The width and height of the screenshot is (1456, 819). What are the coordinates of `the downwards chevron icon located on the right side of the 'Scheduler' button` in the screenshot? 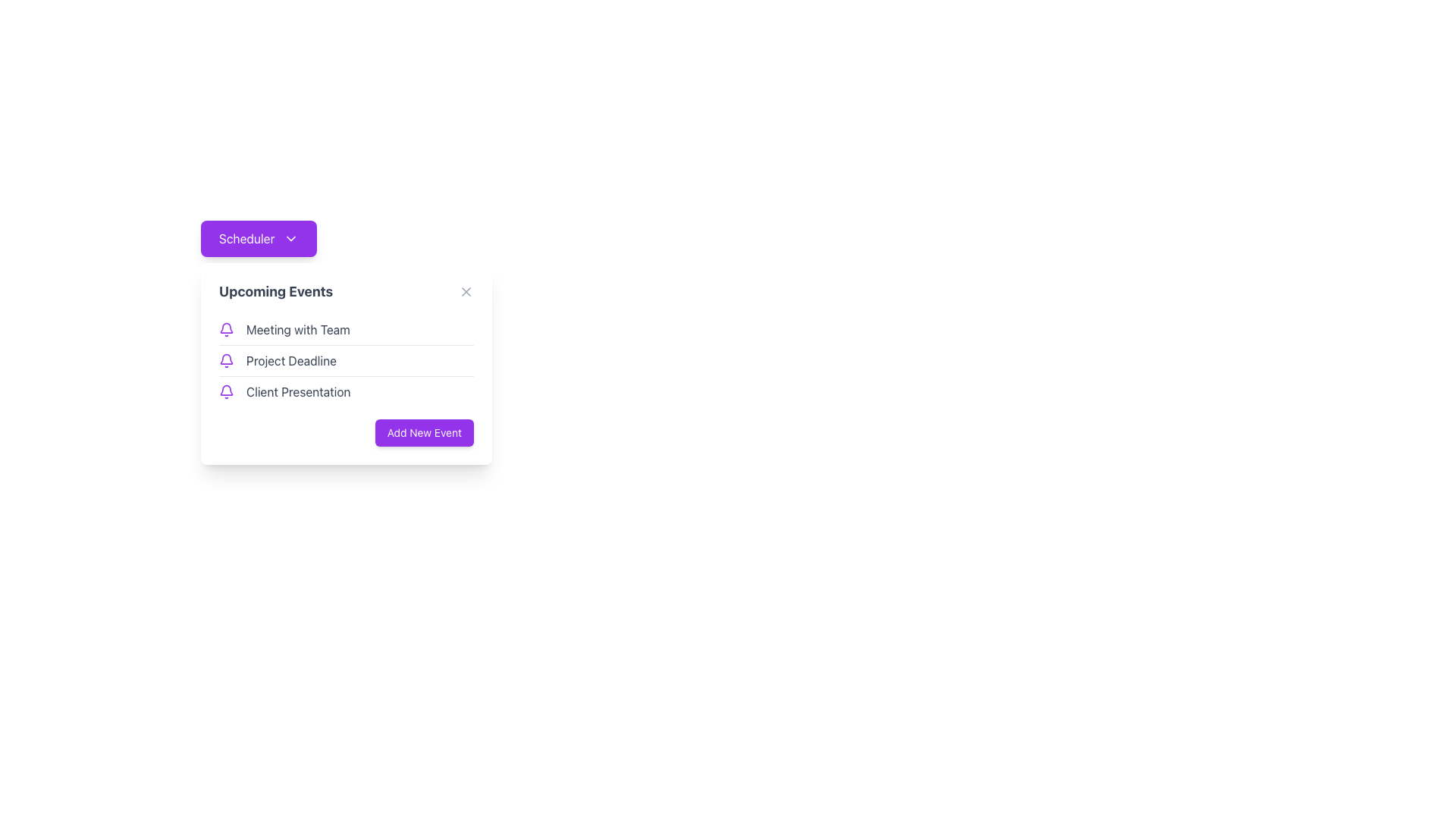 It's located at (291, 239).